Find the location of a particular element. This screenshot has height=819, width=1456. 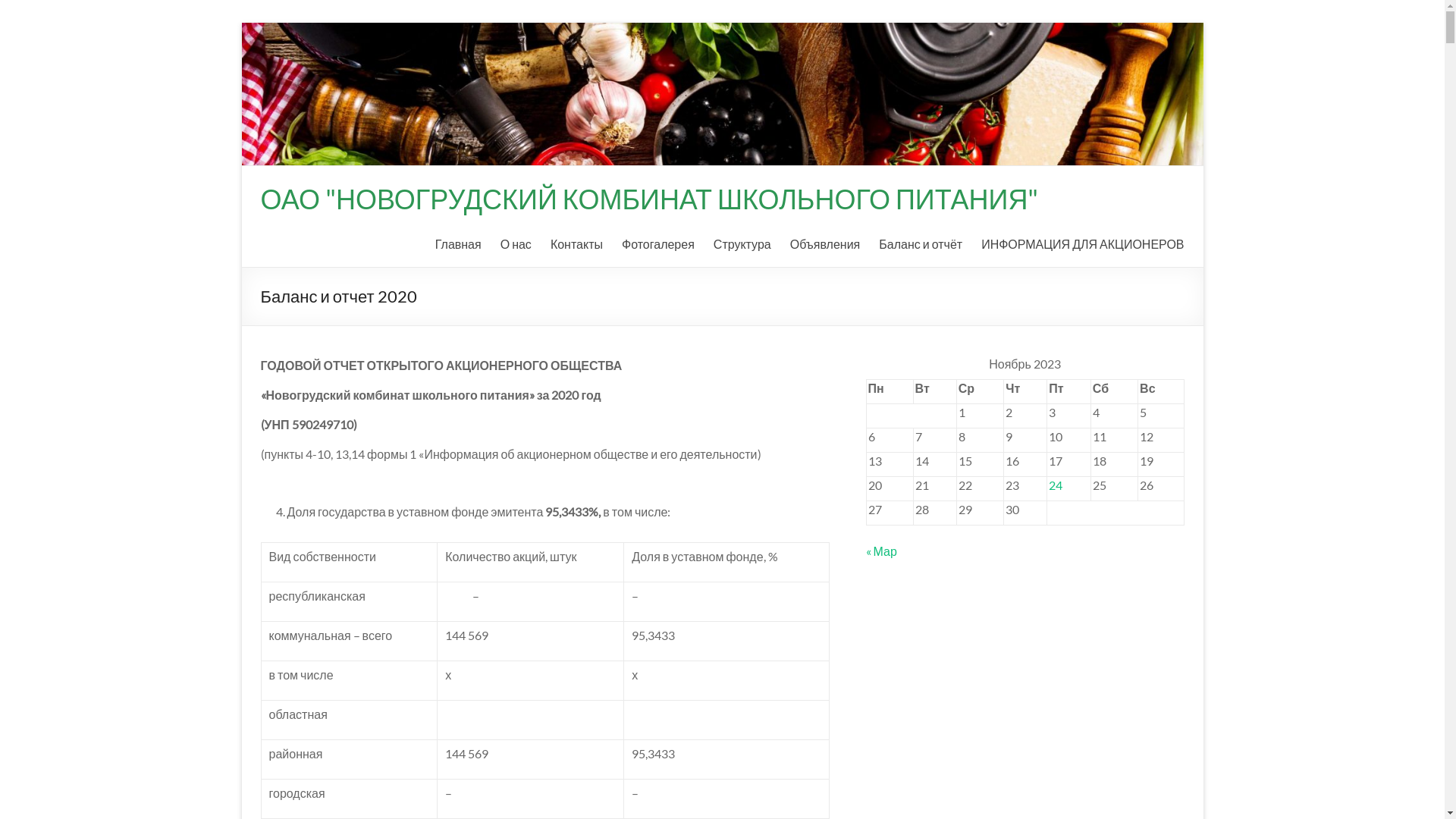

'Skip to content' is located at coordinates (240, 22).